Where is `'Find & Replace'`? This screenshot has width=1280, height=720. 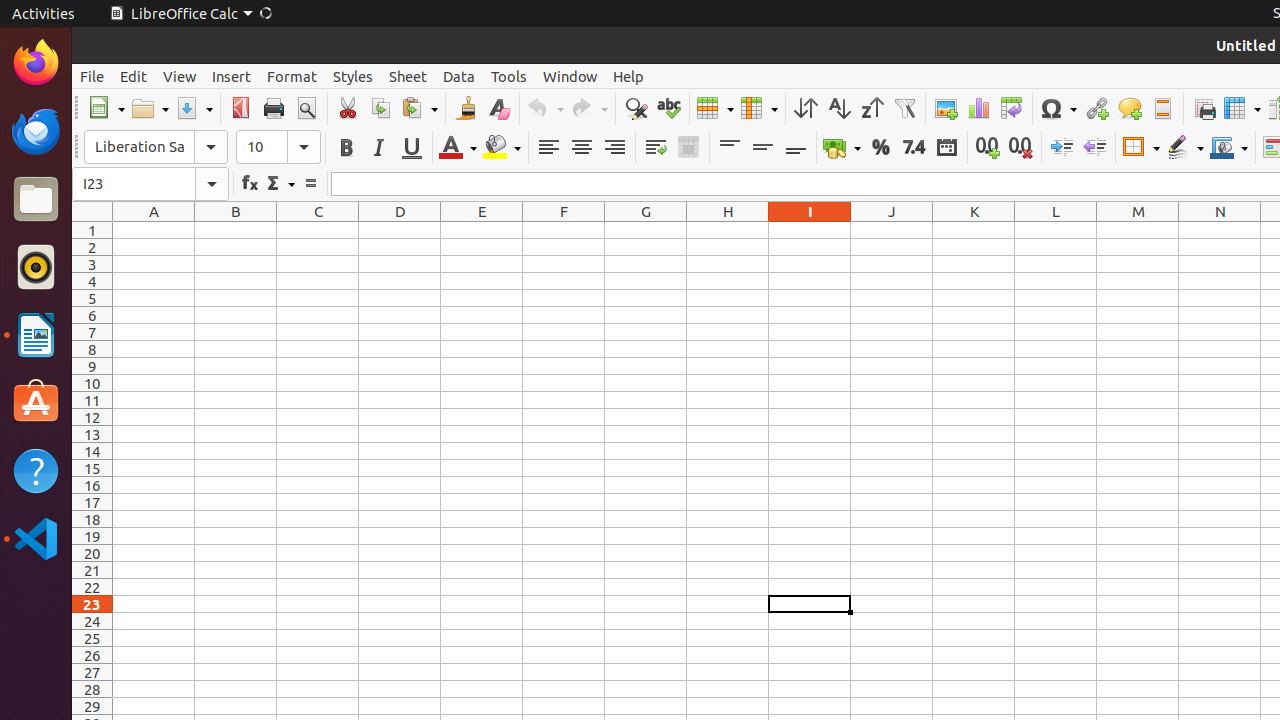 'Find & Replace' is located at coordinates (634, 108).